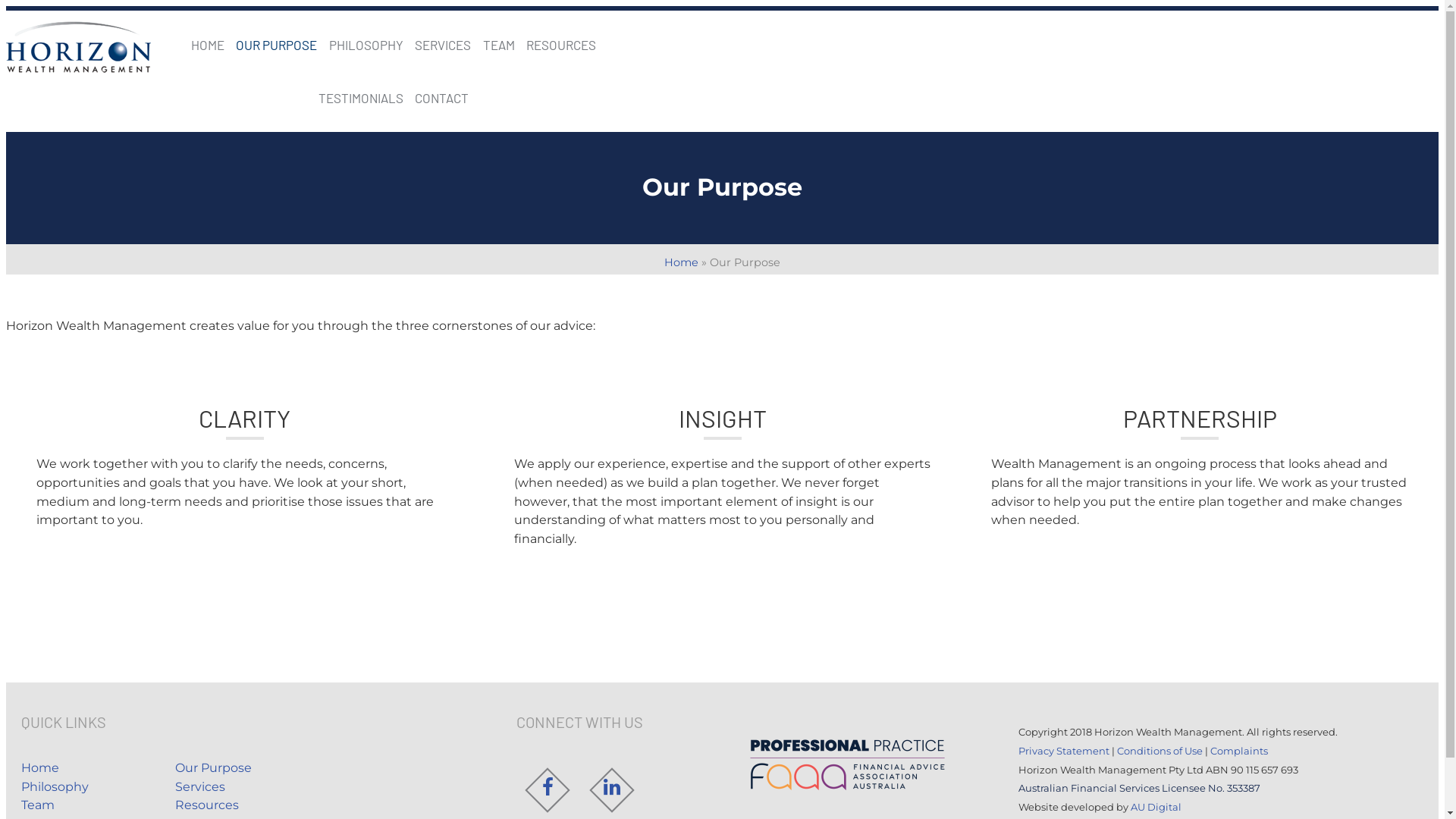  What do you see at coordinates (174, 767) in the screenshot?
I see `'Our Purpose'` at bounding box center [174, 767].